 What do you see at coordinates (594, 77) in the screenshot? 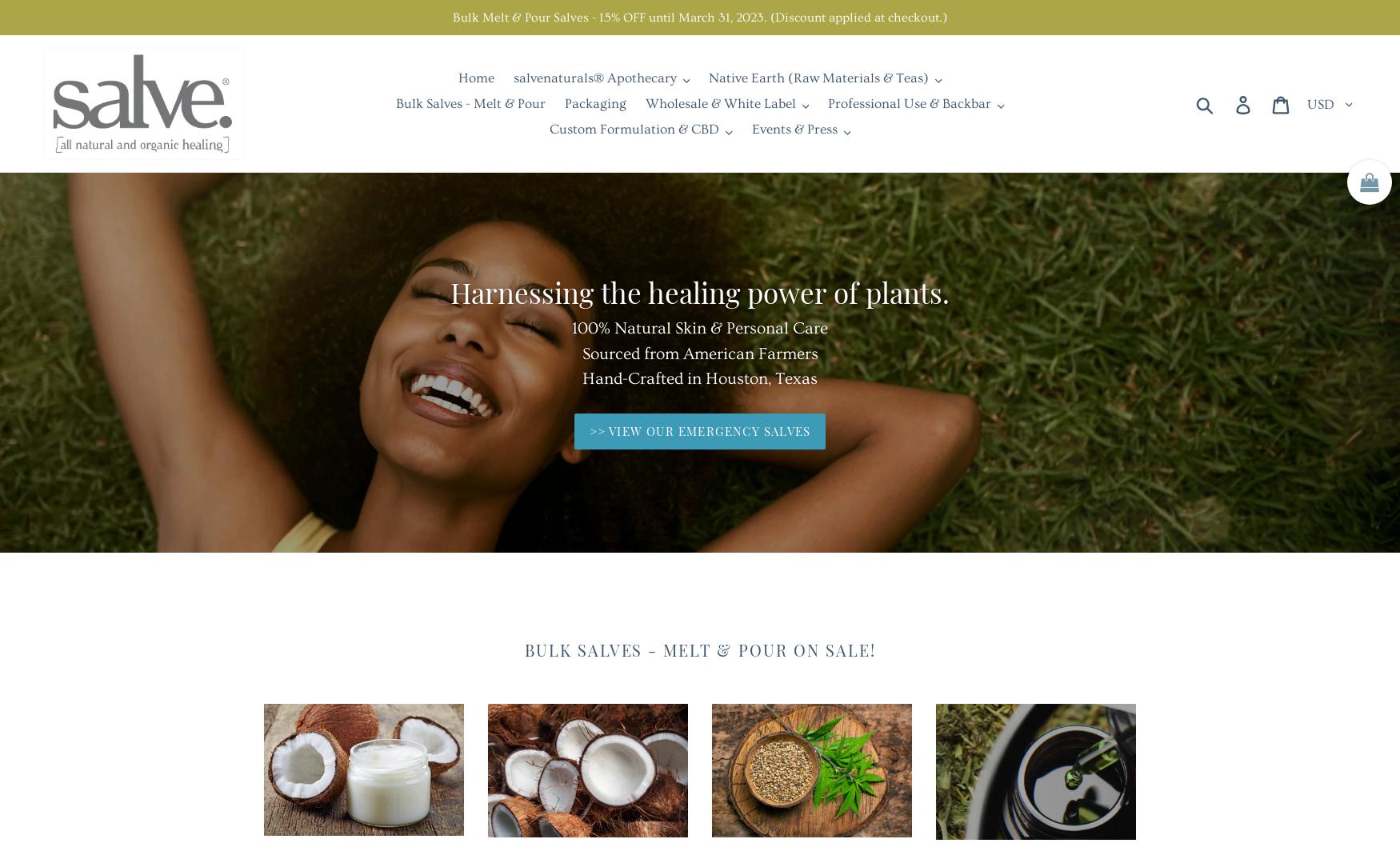
I see `'salvenaturals® Apothecary'` at bounding box center [594, 77].